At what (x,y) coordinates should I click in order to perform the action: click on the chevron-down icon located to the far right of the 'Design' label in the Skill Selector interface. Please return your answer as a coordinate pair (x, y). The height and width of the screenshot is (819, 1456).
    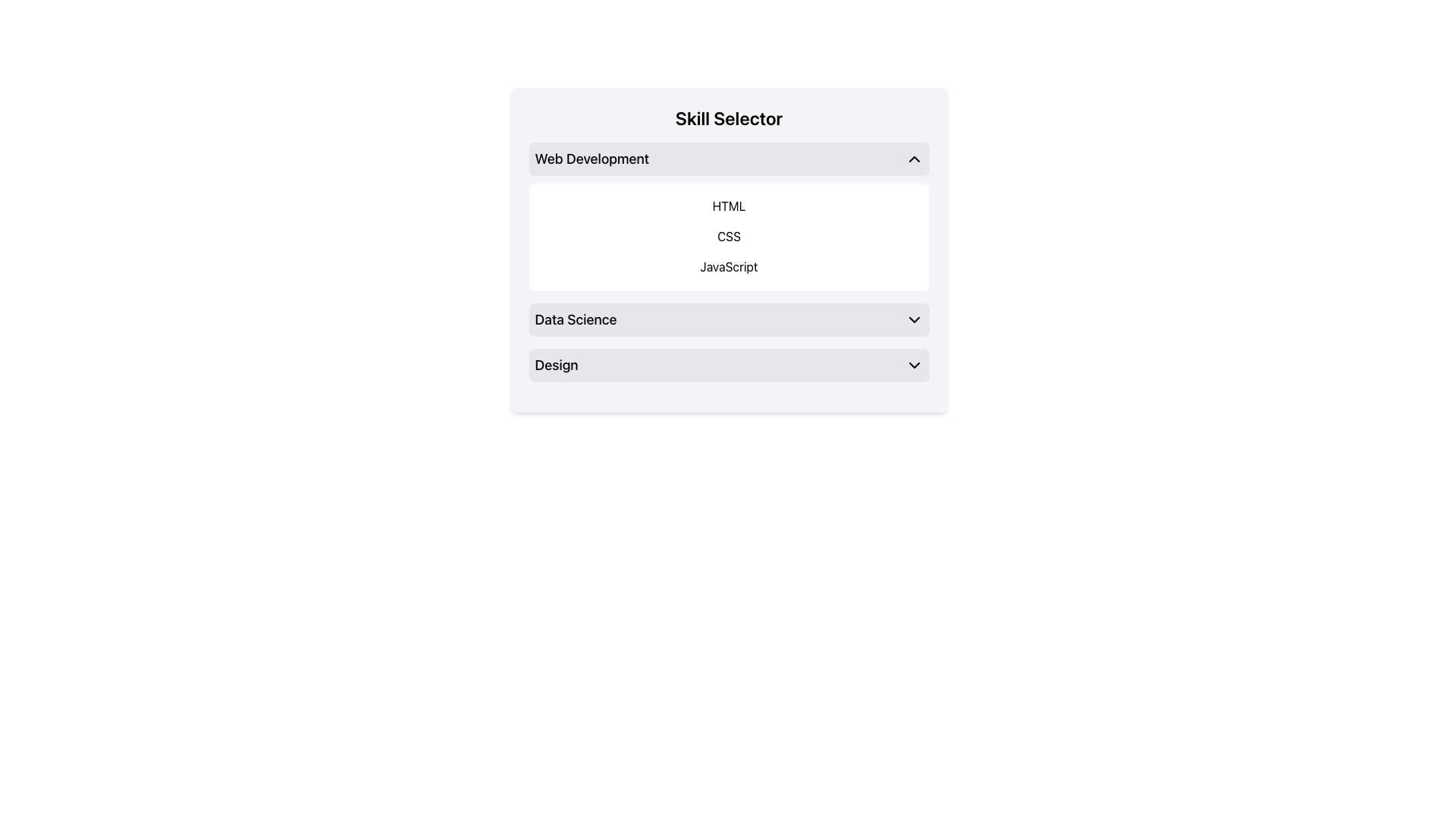
    Looking at the image, I should click on (913, 366).